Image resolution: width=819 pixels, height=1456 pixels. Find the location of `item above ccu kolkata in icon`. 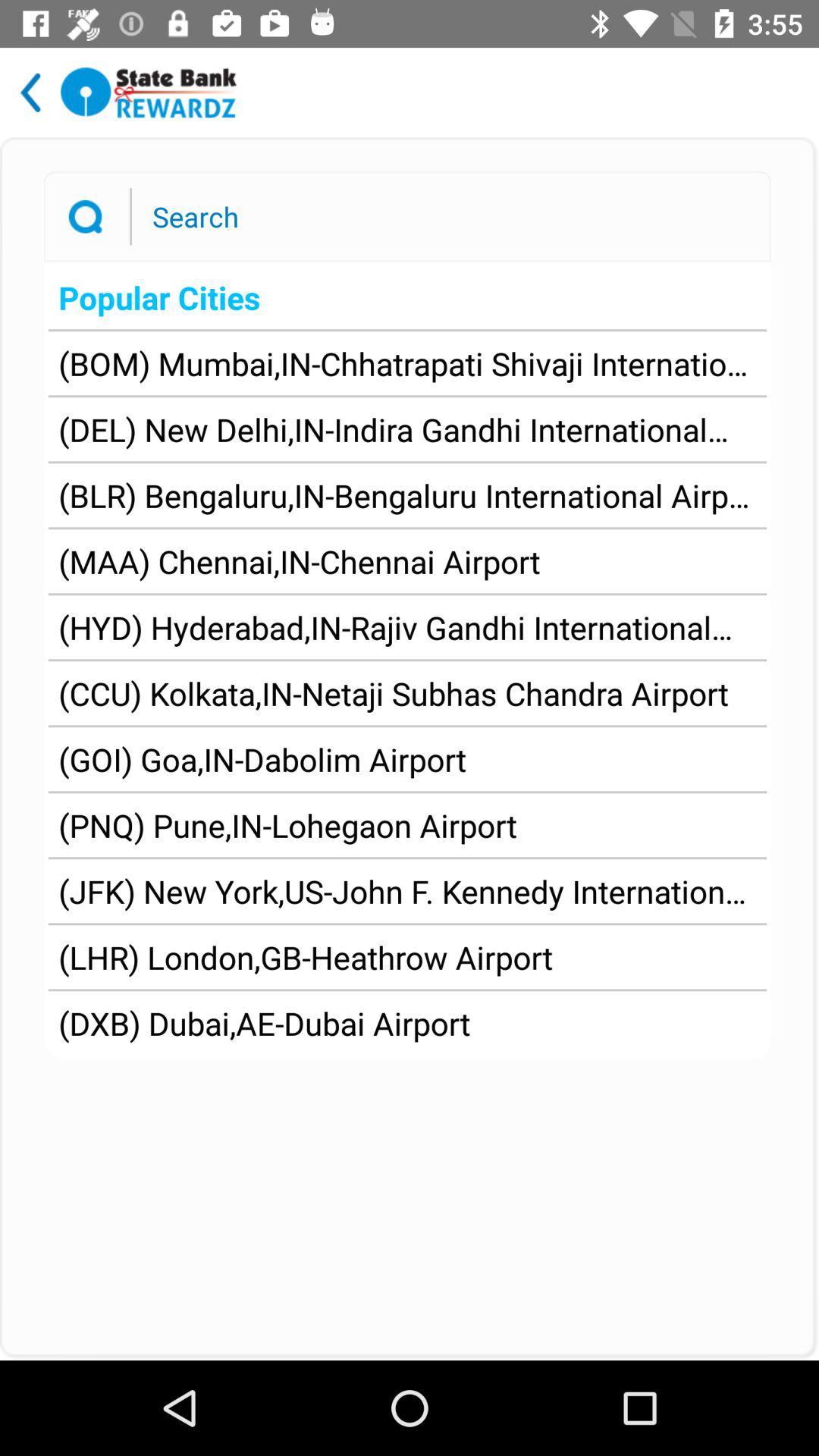

item above ccu kolkata in icon is located at coordinates (406, 627).